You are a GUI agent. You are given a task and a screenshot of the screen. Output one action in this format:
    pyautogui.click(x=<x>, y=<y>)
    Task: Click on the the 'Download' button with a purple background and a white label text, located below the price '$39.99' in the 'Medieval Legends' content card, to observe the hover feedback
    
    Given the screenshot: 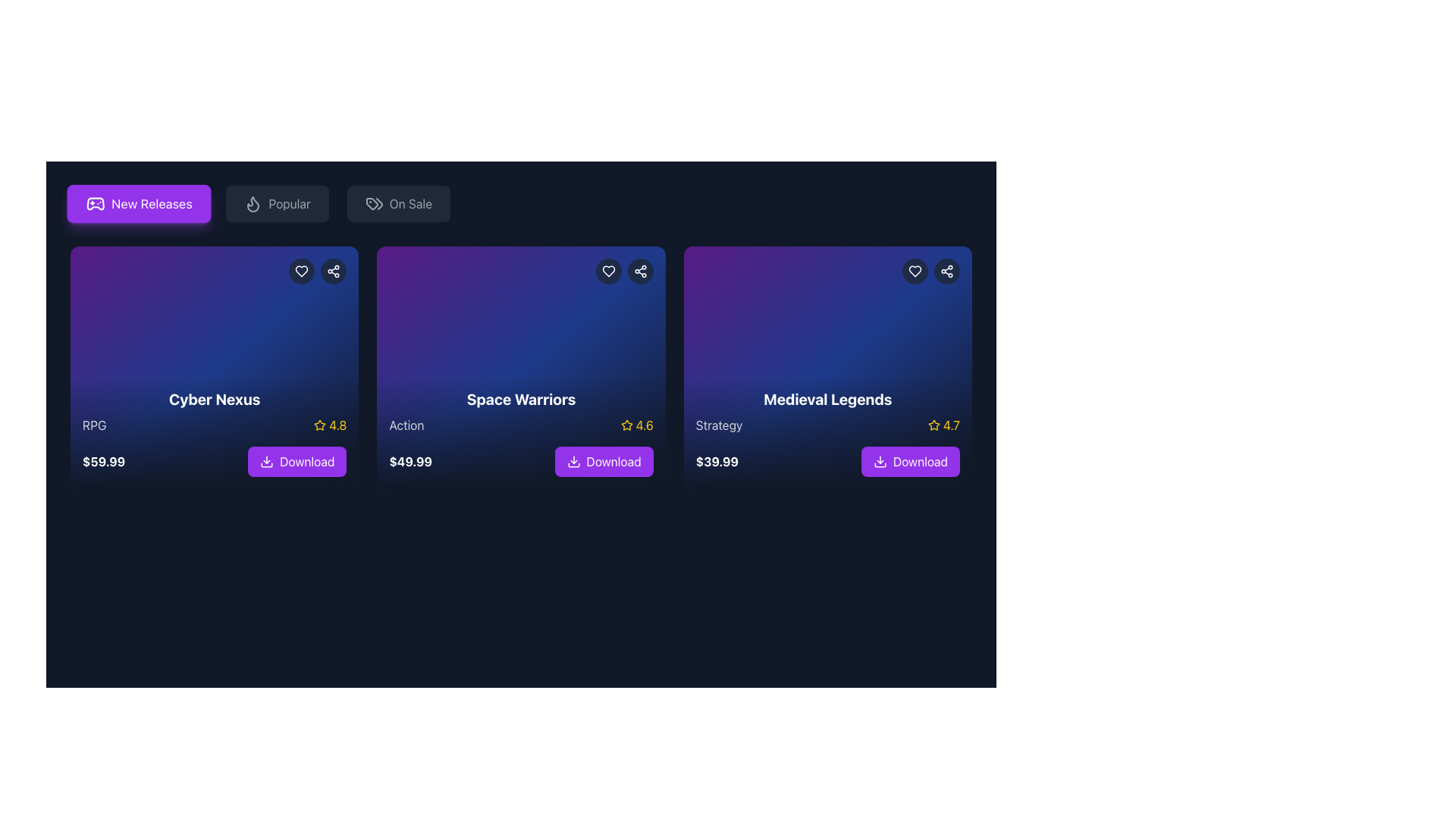 What is the action you would take?
    pyautogui.click(x=910, y=461)
    